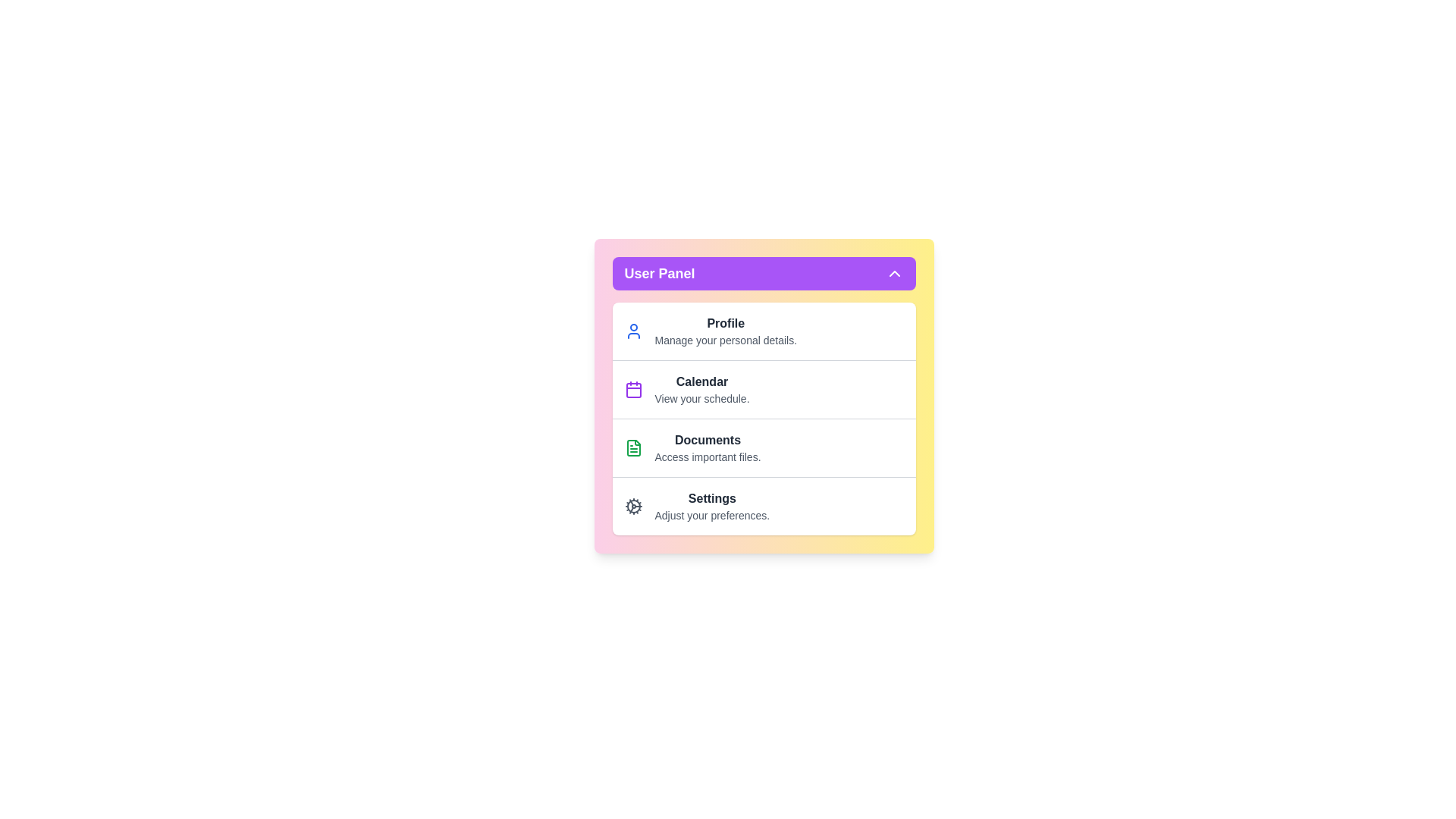 This screenshot has width=1456, height=819. What do you see at coordinates (894, 274) in the screenshot?
I see `the upward-pointing chevron icon with white lines on a purple background in the far-right corner of the 'User Panel' header` at bounding box center [894, 274].